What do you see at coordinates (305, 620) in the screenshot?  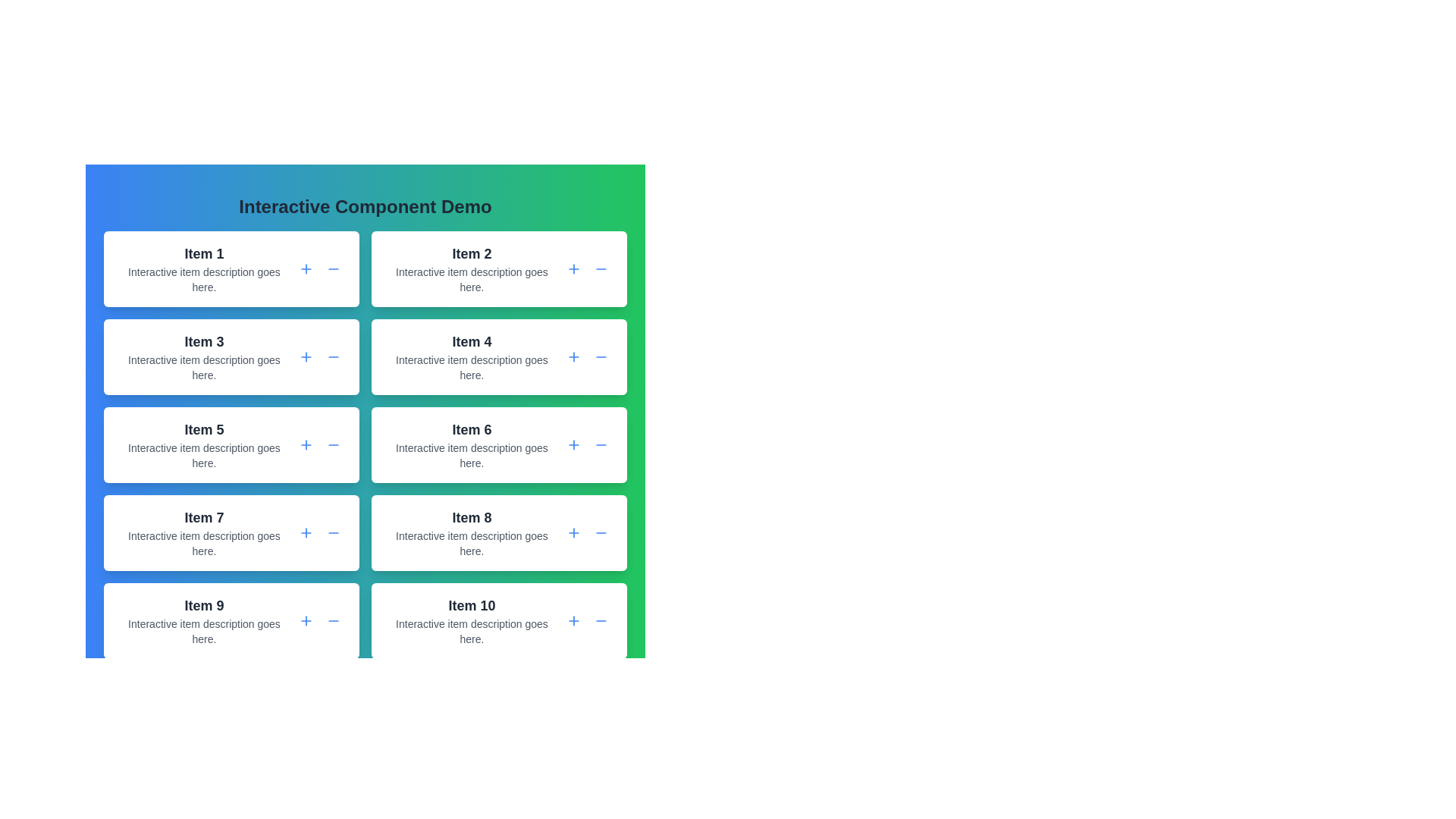 I see `the blue plus icon button located to the right of the text 'Interactive item description goes here'` at bounding box center [305, 620].